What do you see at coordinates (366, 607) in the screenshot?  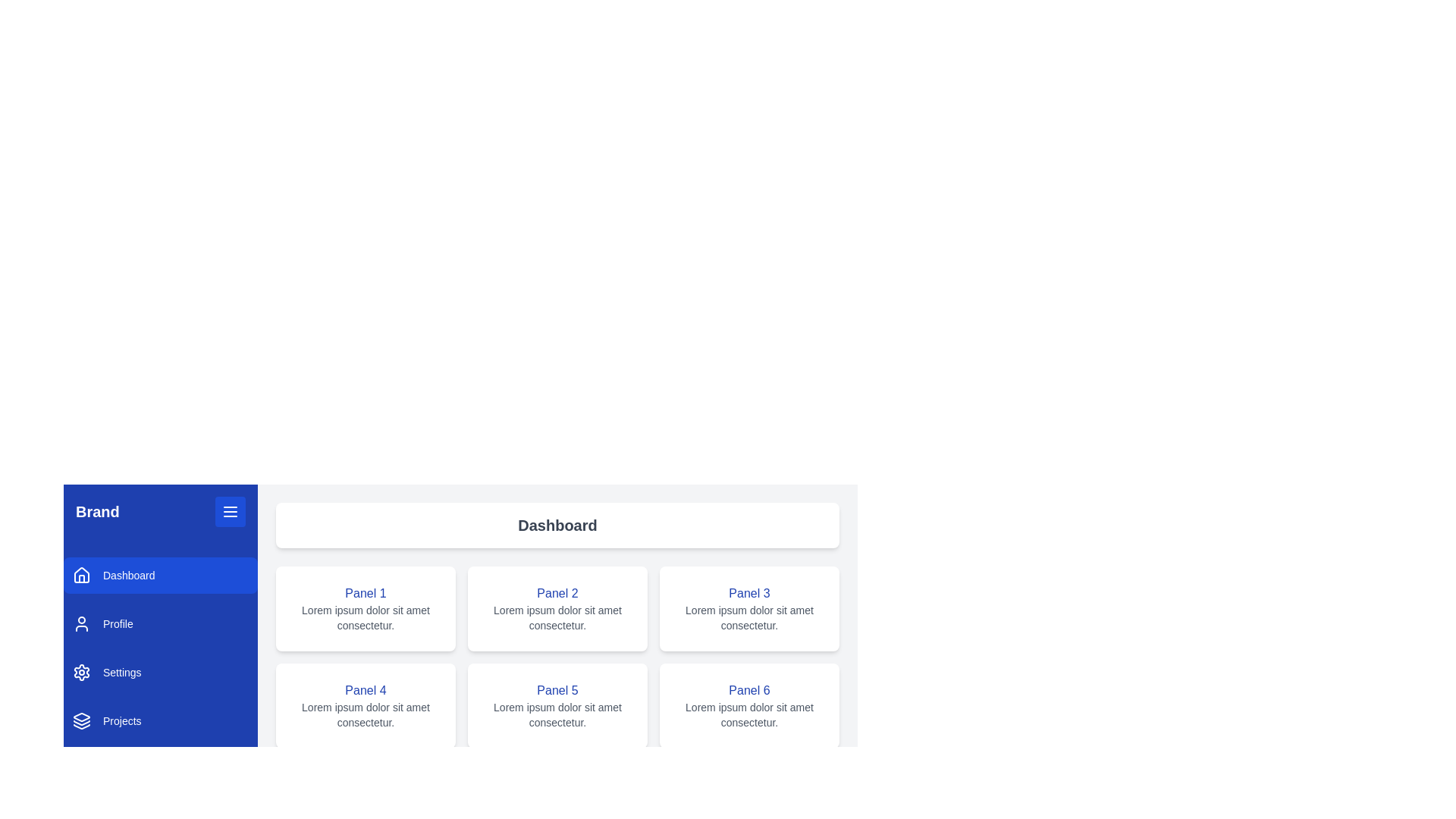 I see `the Informational Card labeled 'Panel 1' that has a white background and contains the text 'Panel 1' in bold blue font` at bounding box center [366, 607].